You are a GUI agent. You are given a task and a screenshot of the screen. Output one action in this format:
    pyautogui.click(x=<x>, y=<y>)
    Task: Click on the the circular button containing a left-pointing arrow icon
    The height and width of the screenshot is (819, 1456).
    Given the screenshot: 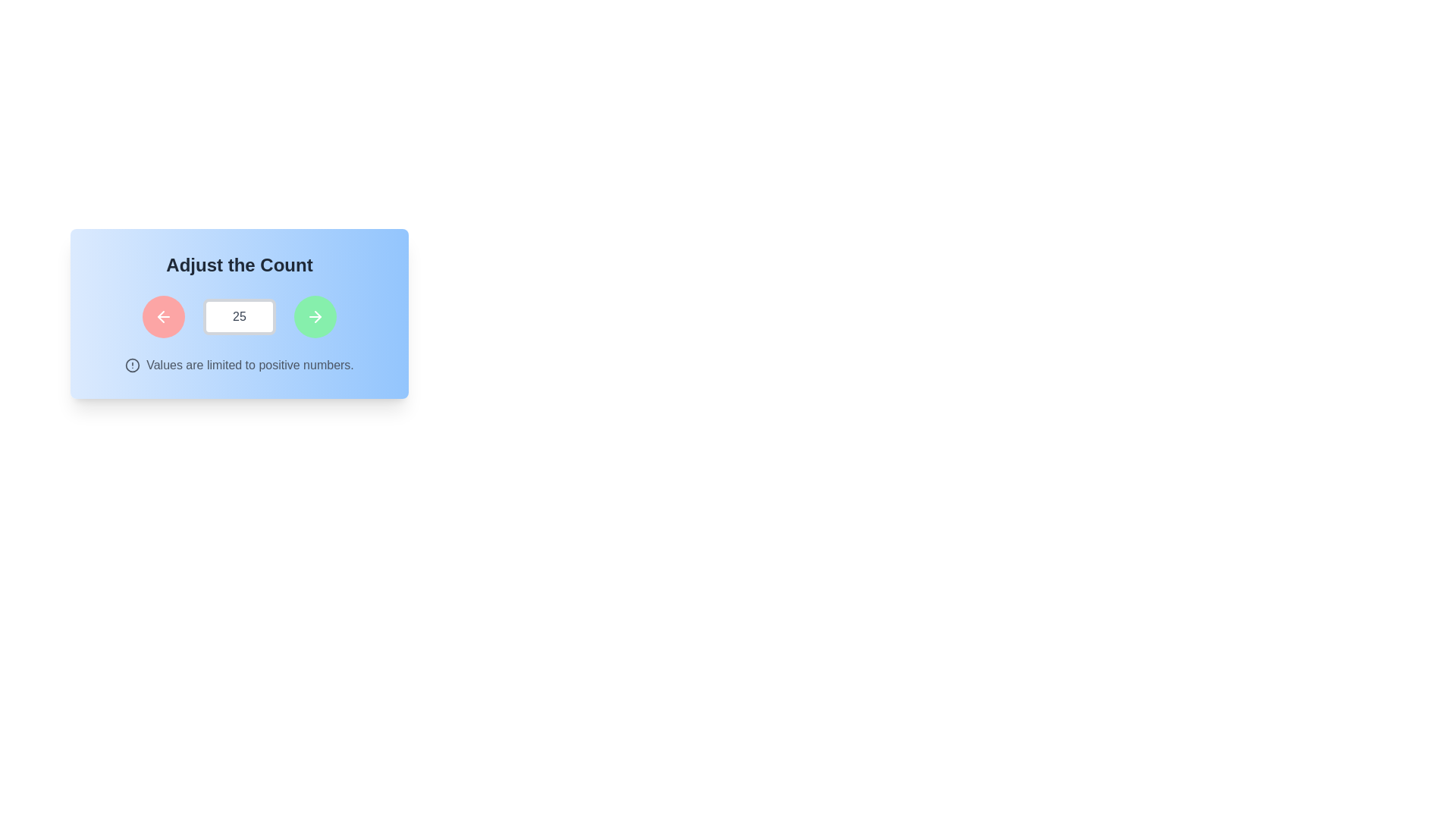 What is the action you would take?
    pyautogui.click(x=164, y=315)
    